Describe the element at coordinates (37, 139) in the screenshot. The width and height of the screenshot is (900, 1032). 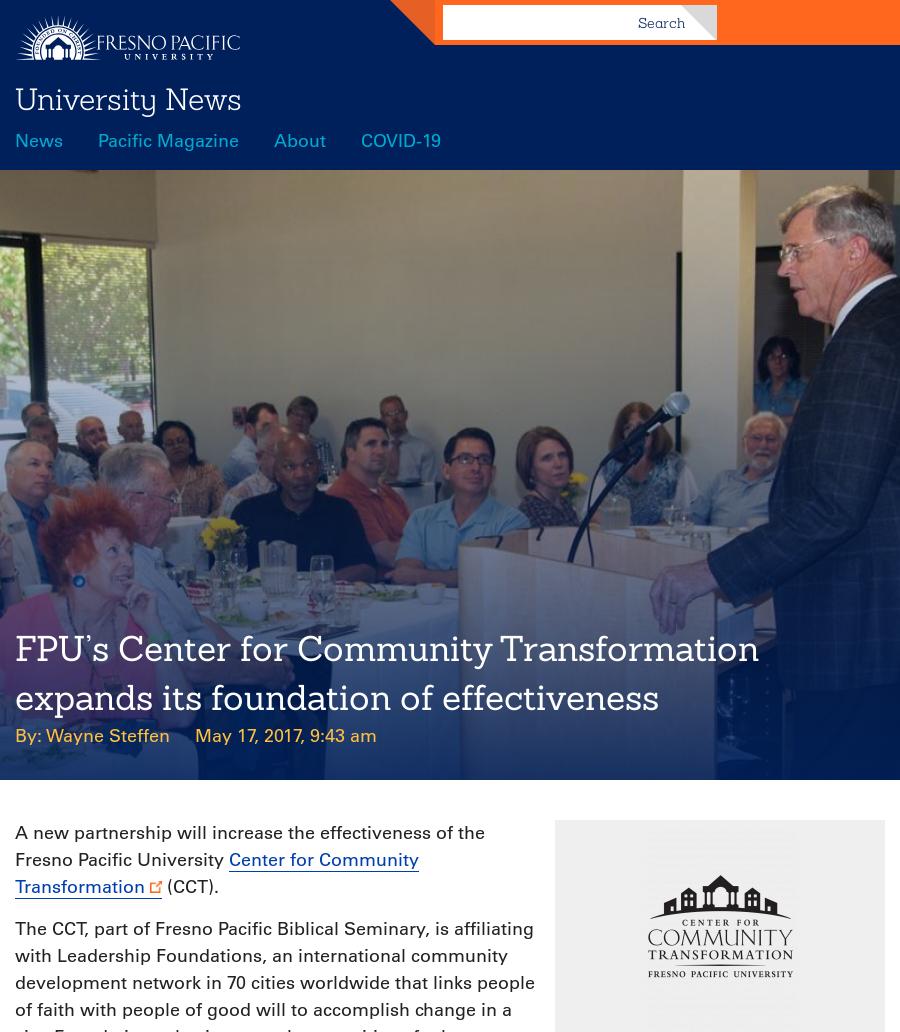
I see `'News'` at that location.